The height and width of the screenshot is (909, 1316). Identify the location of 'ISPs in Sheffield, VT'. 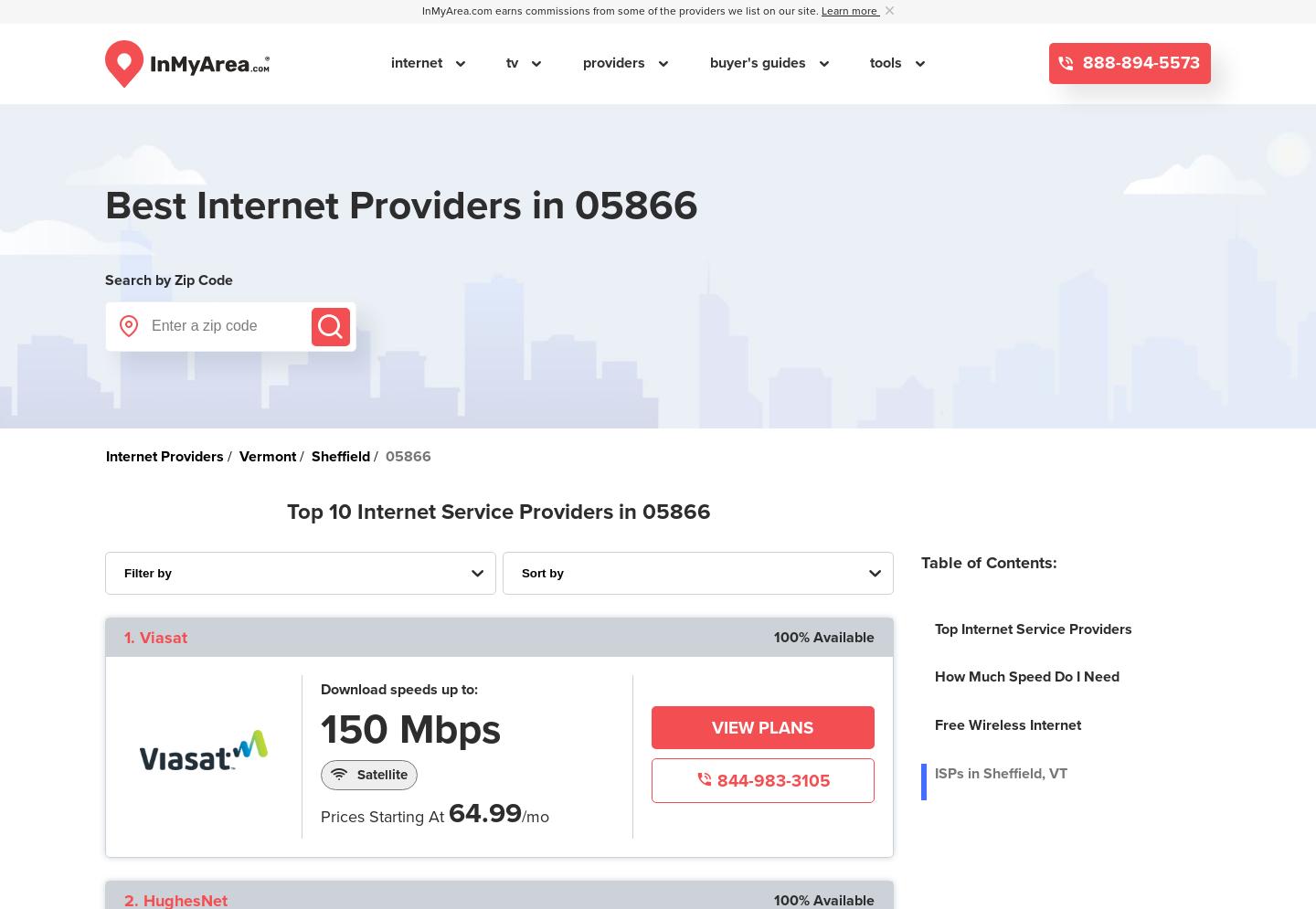
(999, 774).